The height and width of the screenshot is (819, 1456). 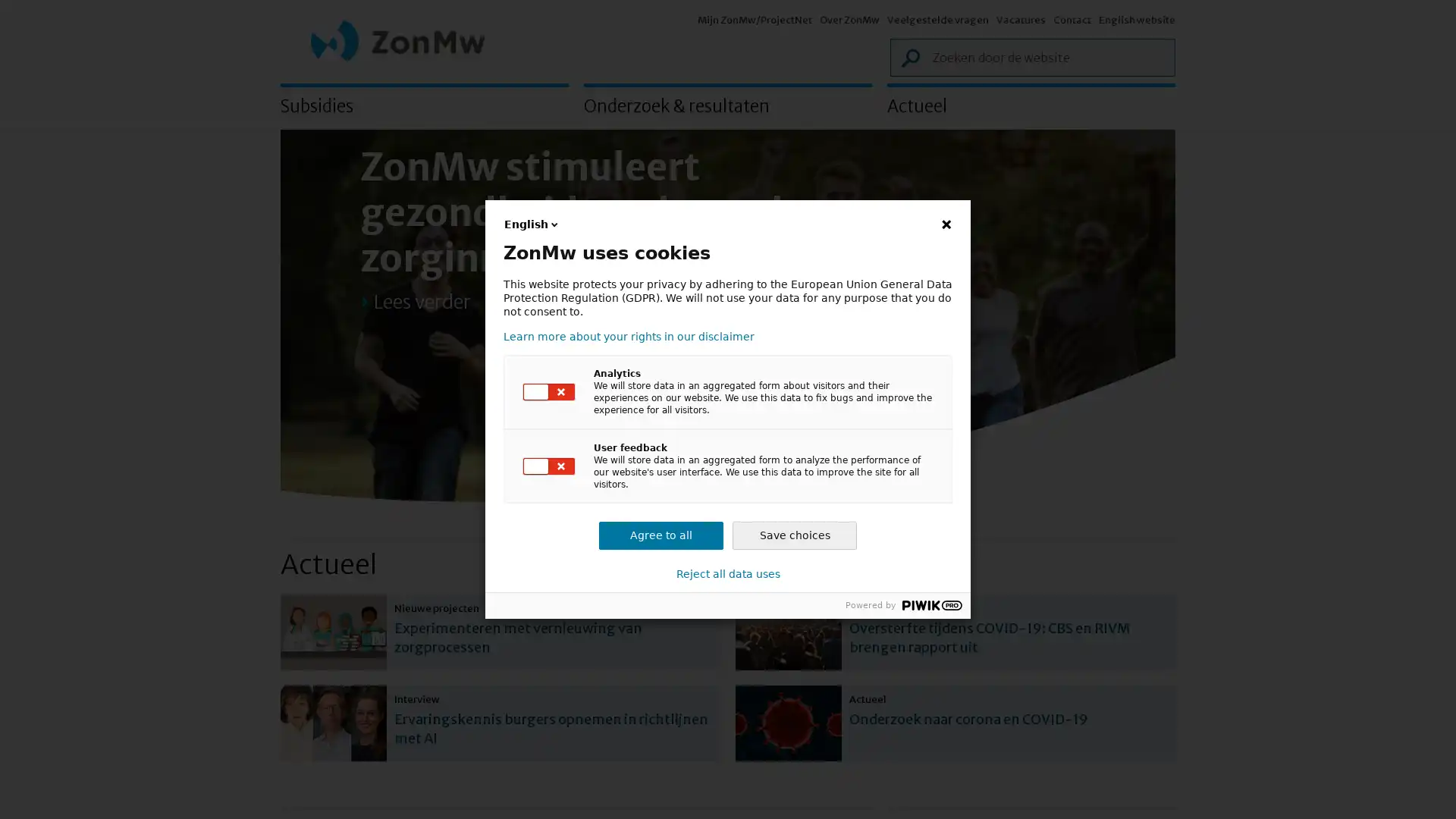 What do you see at coordinates (907, 57) in the screenshot?
I see `Zoek` at bounding box center [907, 57].